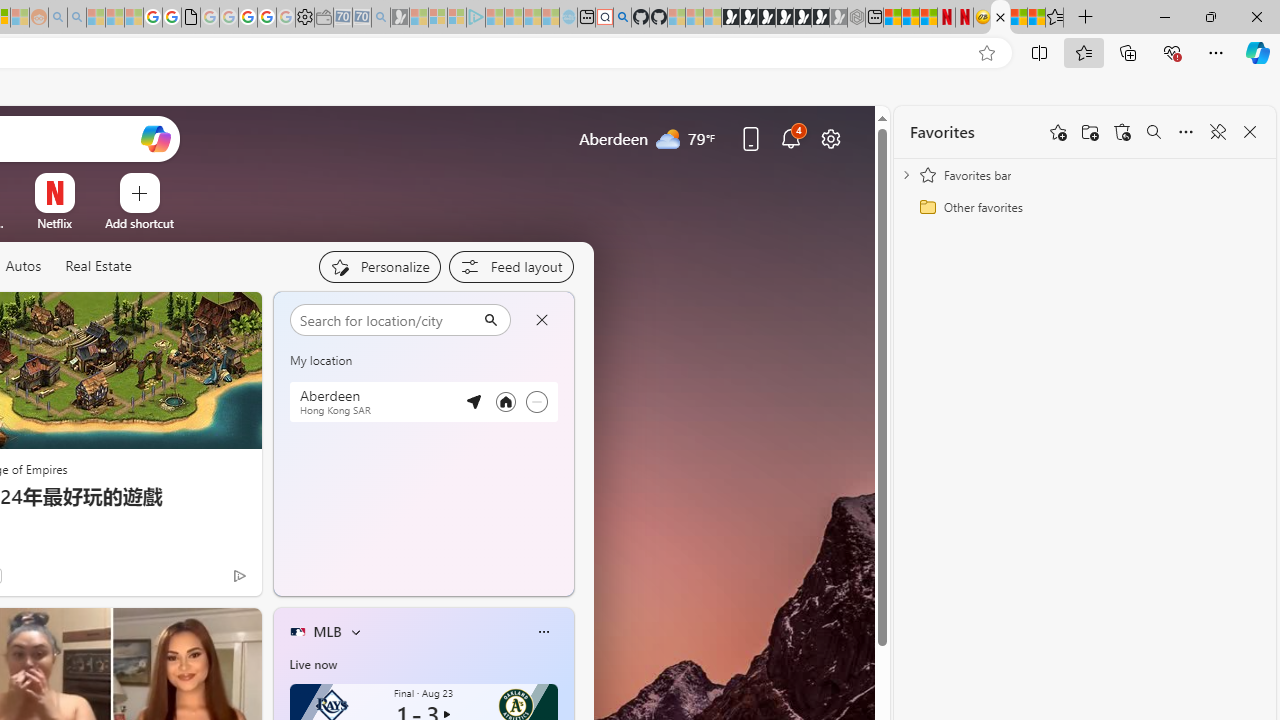 The image size is (1280, 720). Describe the element at coordinates (1088, 132) in the screenshot. I see `'Add folder'` at that location.